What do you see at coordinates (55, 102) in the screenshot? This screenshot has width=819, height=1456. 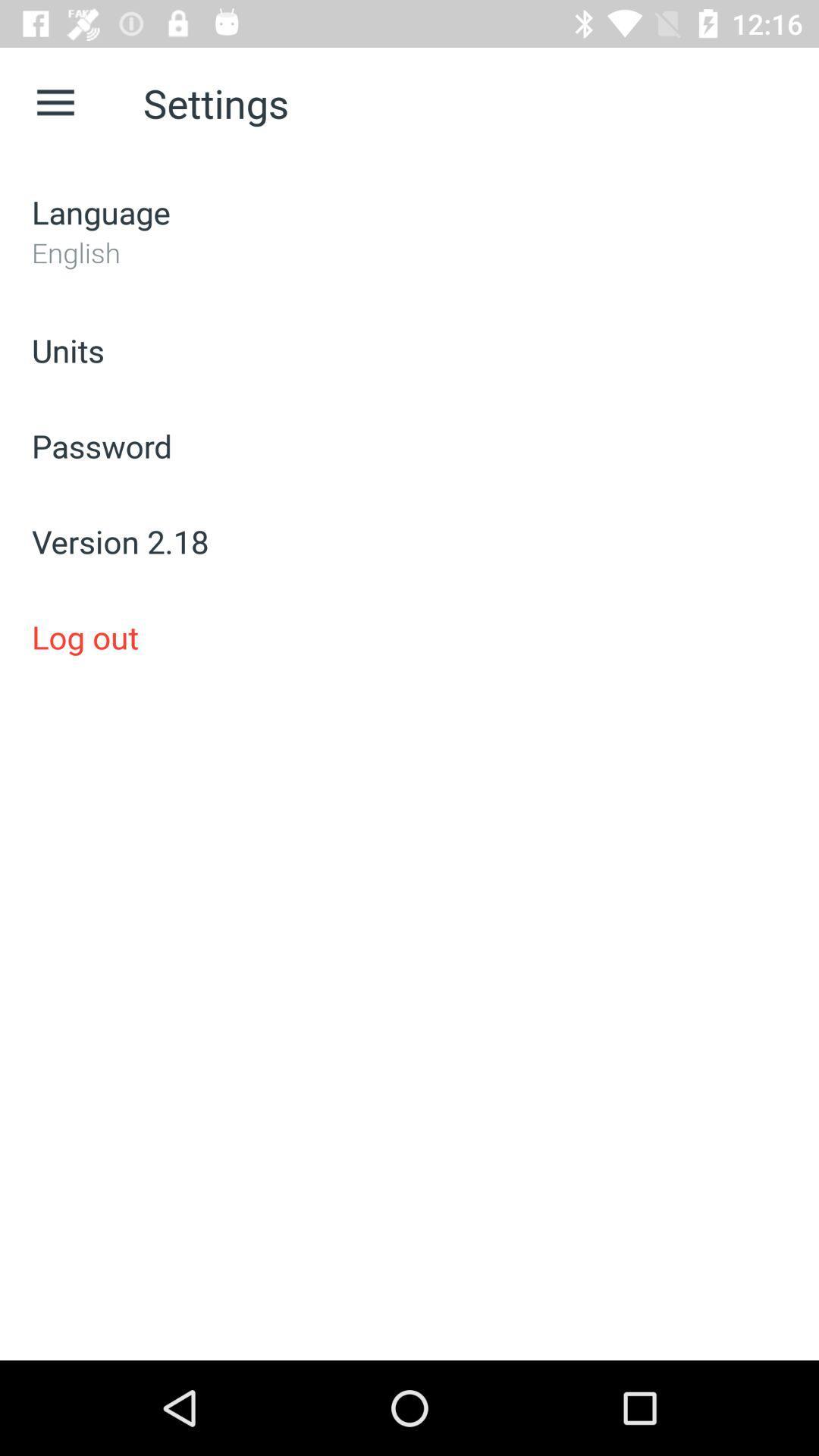 I see `the app to the left of the settings icon` at bounding box center [55, 102].